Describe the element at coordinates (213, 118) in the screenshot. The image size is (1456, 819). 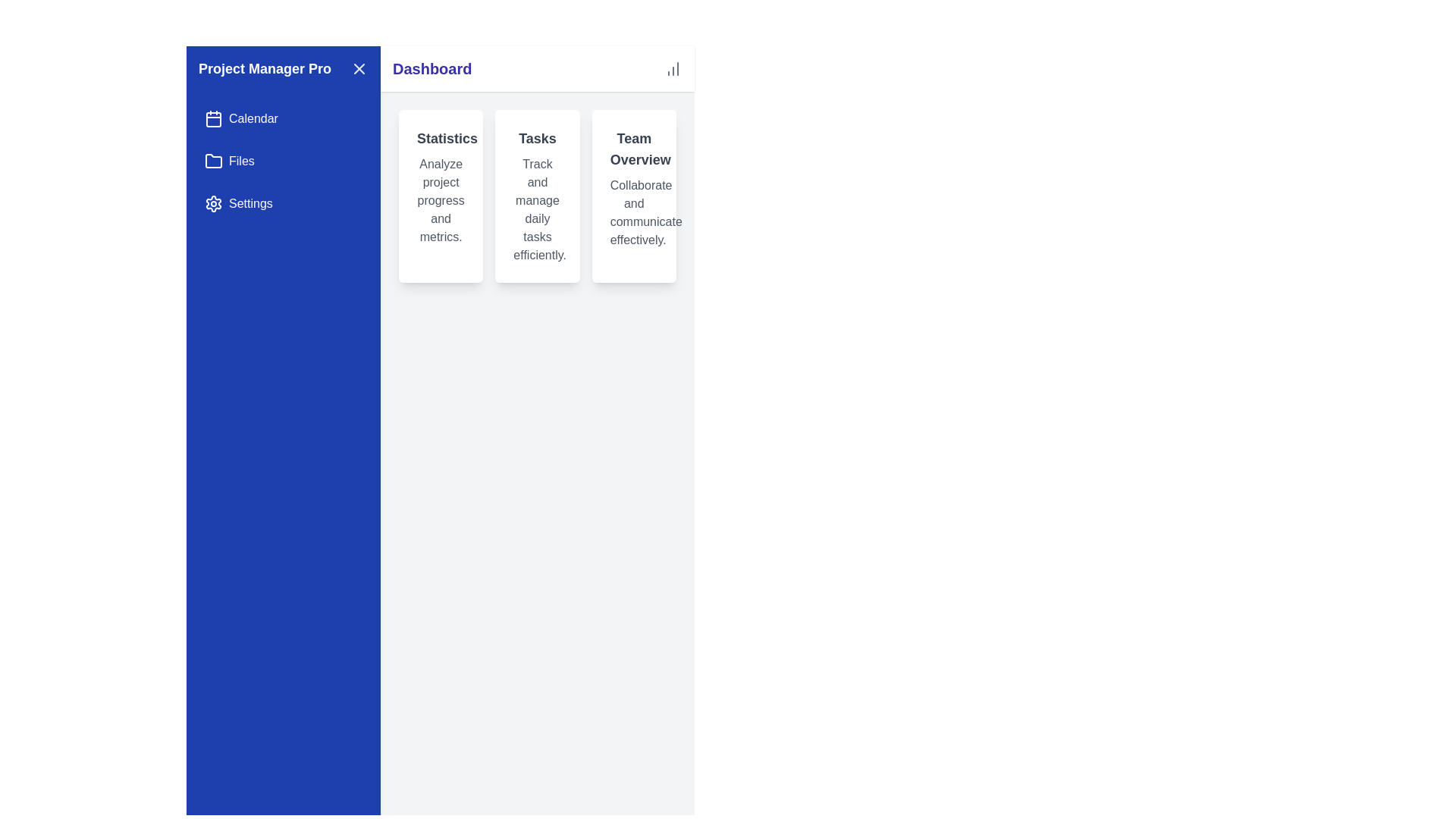
I see `the calendar icon in the sidebar navigation menu under 'Project Manager Pro'` at that location.